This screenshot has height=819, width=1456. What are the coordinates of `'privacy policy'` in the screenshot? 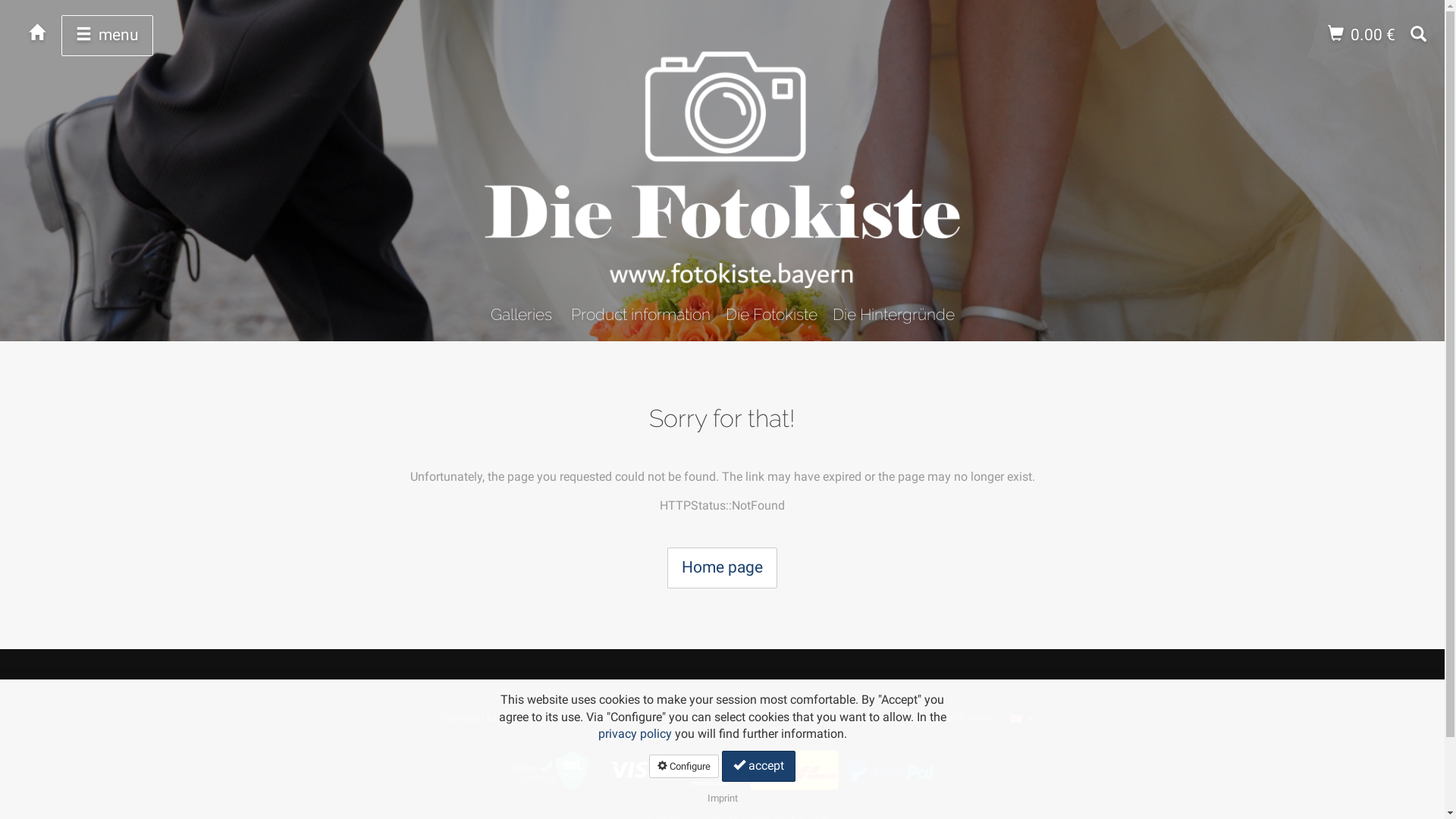 It's located at (634, 733).